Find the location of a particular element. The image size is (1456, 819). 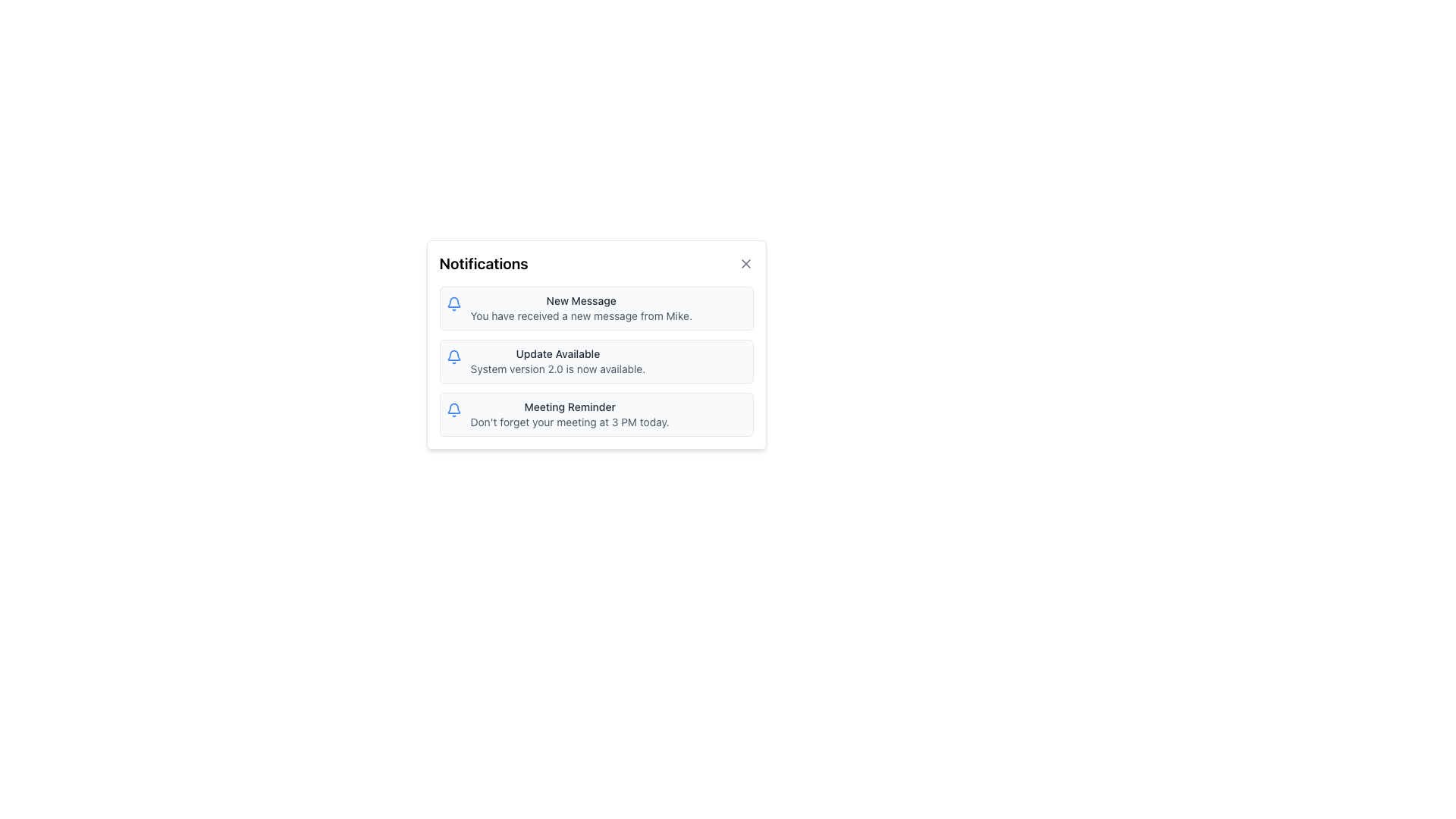

notification content from the second notification alert in the 'Notifications' card, which indicates the availability of a system version update is located at coordinates (557, 362).